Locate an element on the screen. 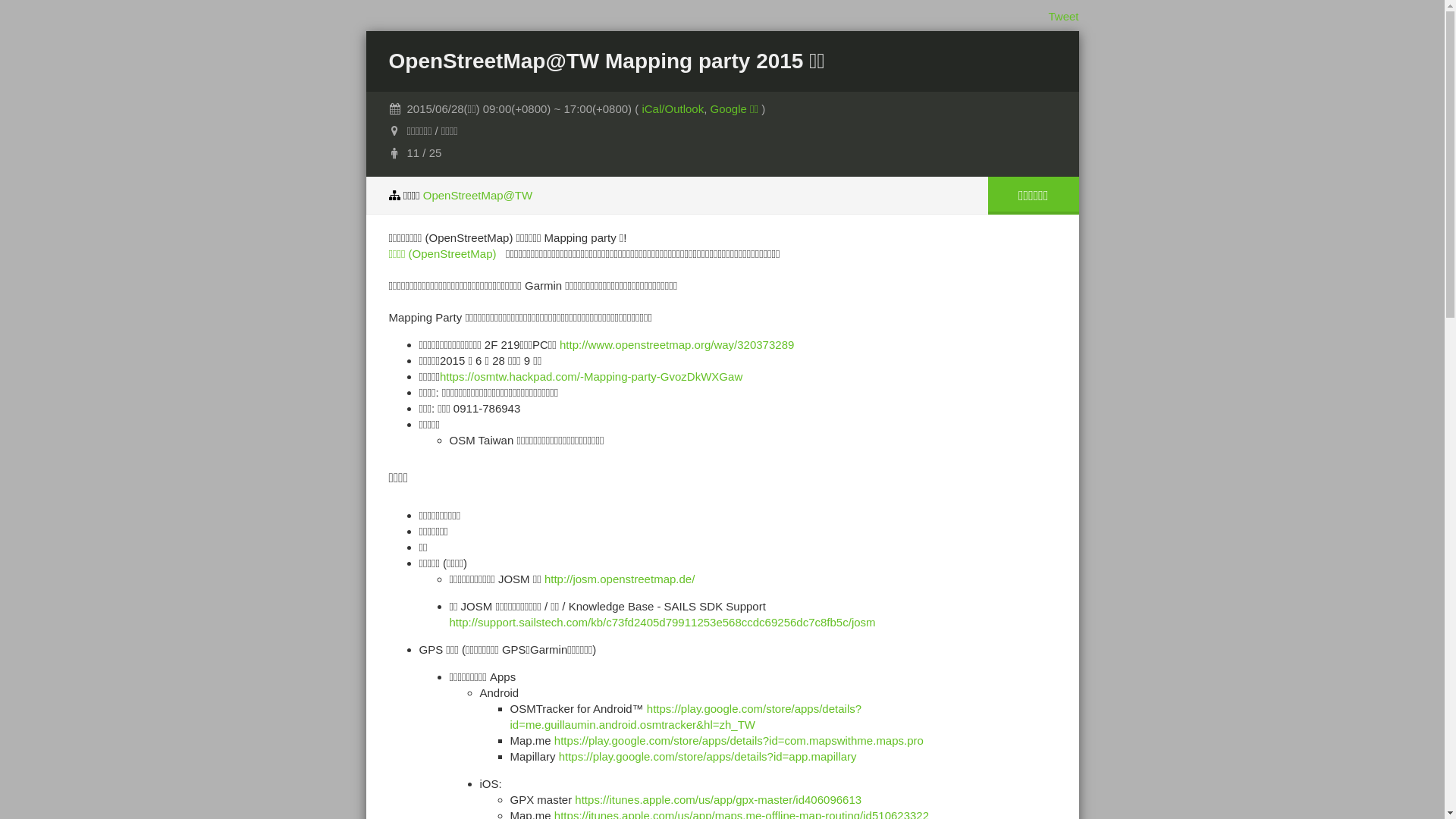 The image size is (1456, 819). 'Tweet' is located at coordinates (1062, 16).